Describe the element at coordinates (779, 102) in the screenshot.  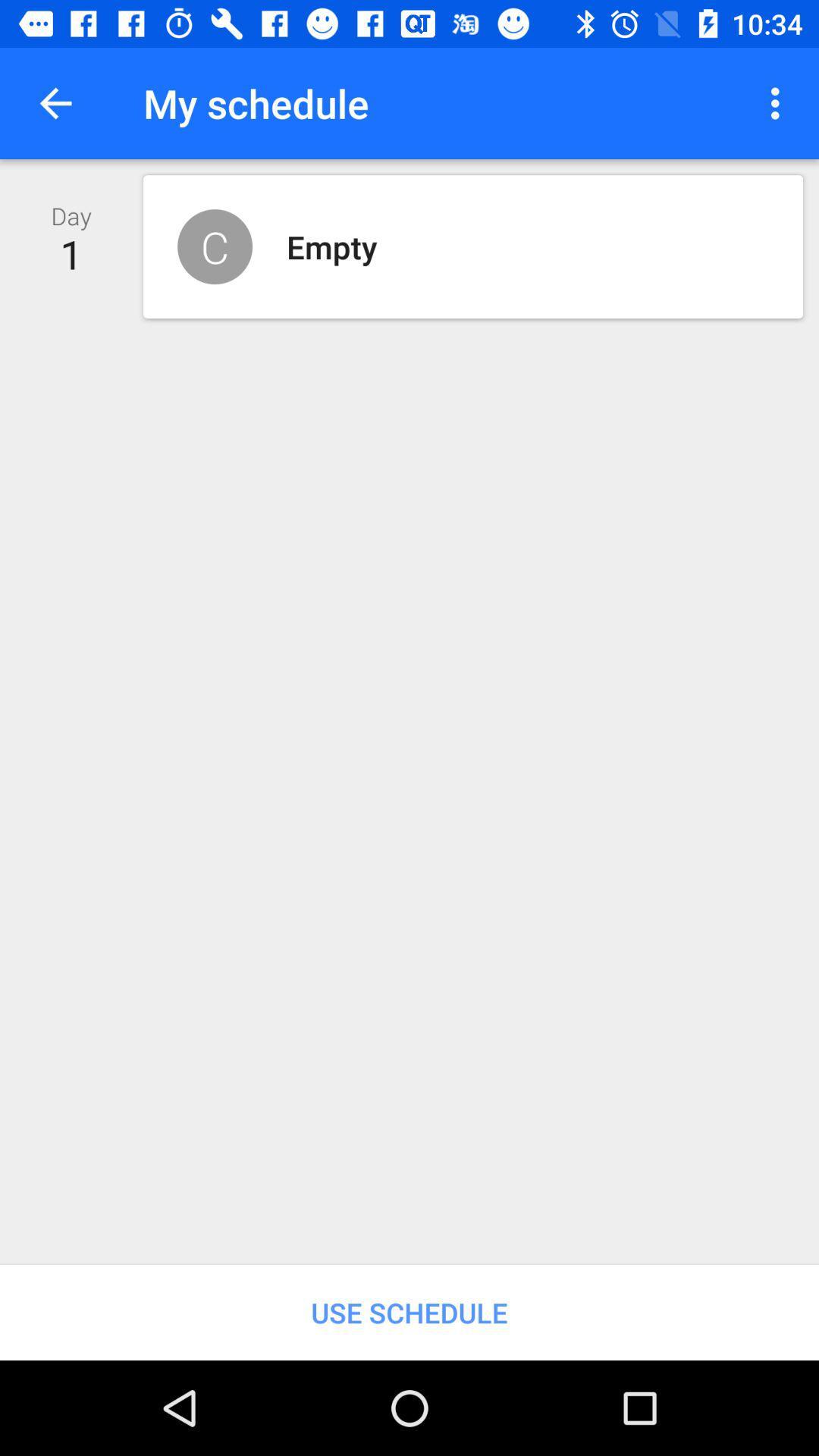
I see `the item above use schedule item` at that location.